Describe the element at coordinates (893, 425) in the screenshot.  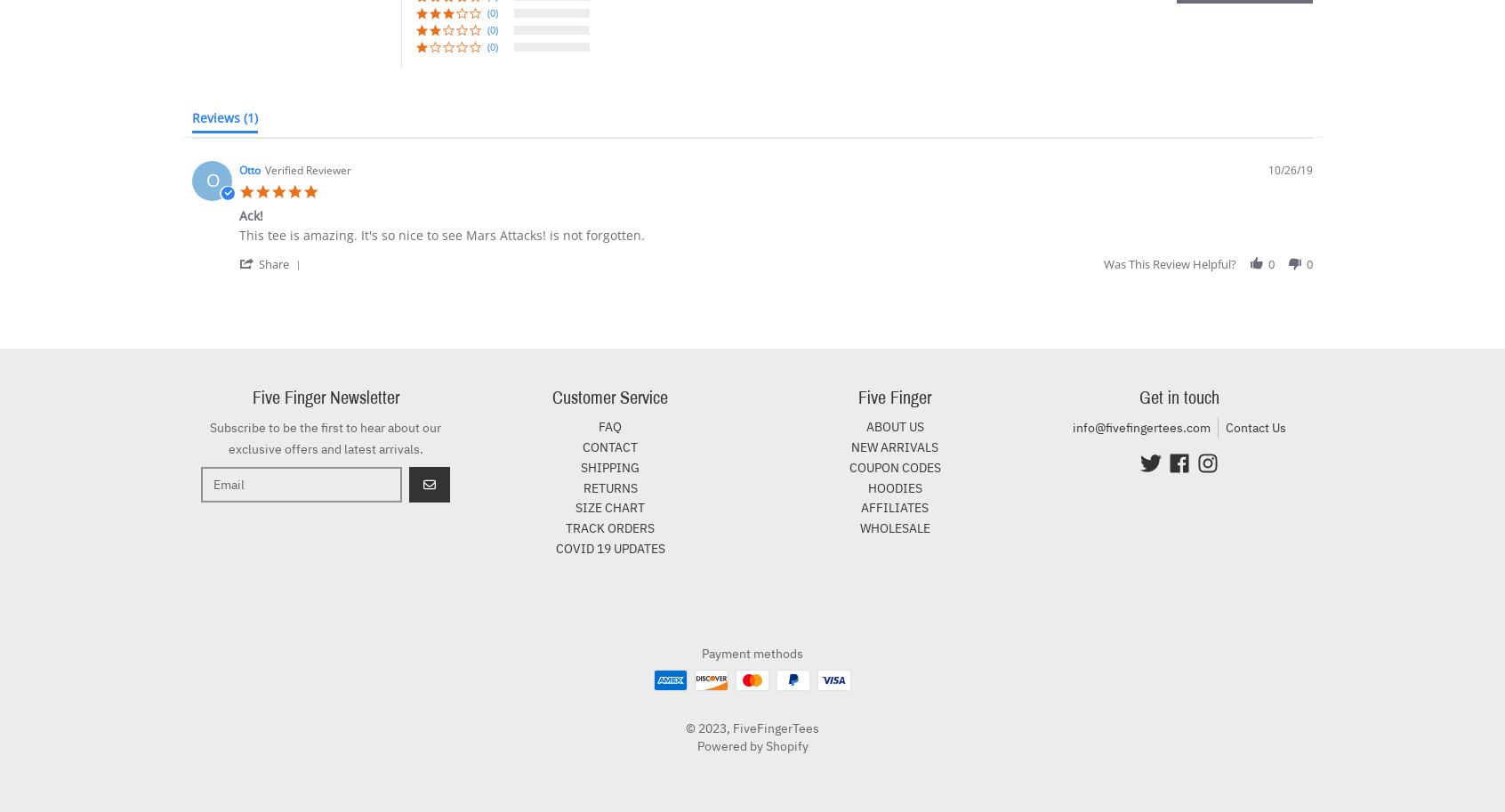
I see `'ABOUT US'` at that location.